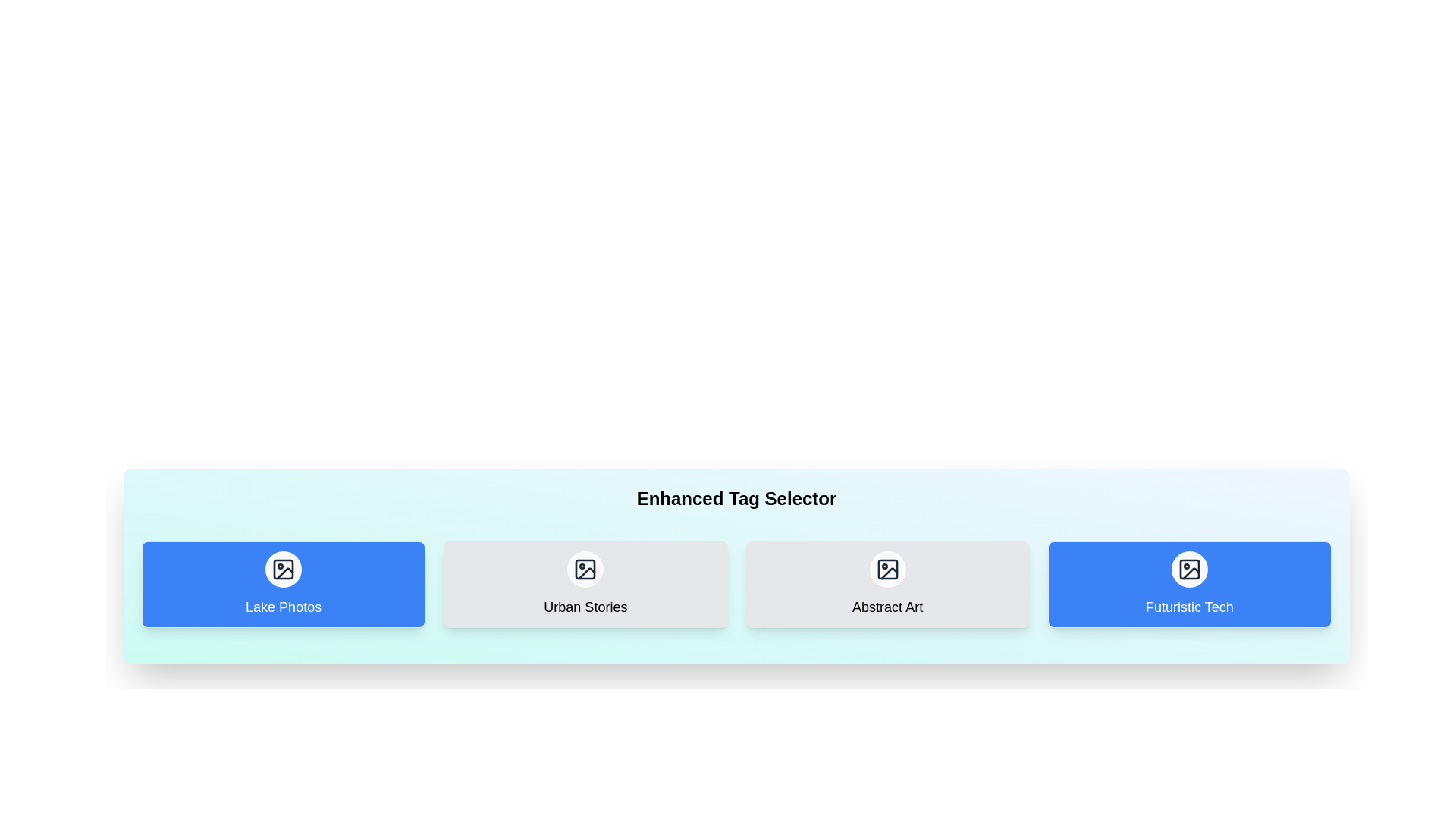 The image size is (1456, 819). Describe the element at coordinates (284, 584) in the screenshot. I see `the tag identified by Lake Photos` at that location.